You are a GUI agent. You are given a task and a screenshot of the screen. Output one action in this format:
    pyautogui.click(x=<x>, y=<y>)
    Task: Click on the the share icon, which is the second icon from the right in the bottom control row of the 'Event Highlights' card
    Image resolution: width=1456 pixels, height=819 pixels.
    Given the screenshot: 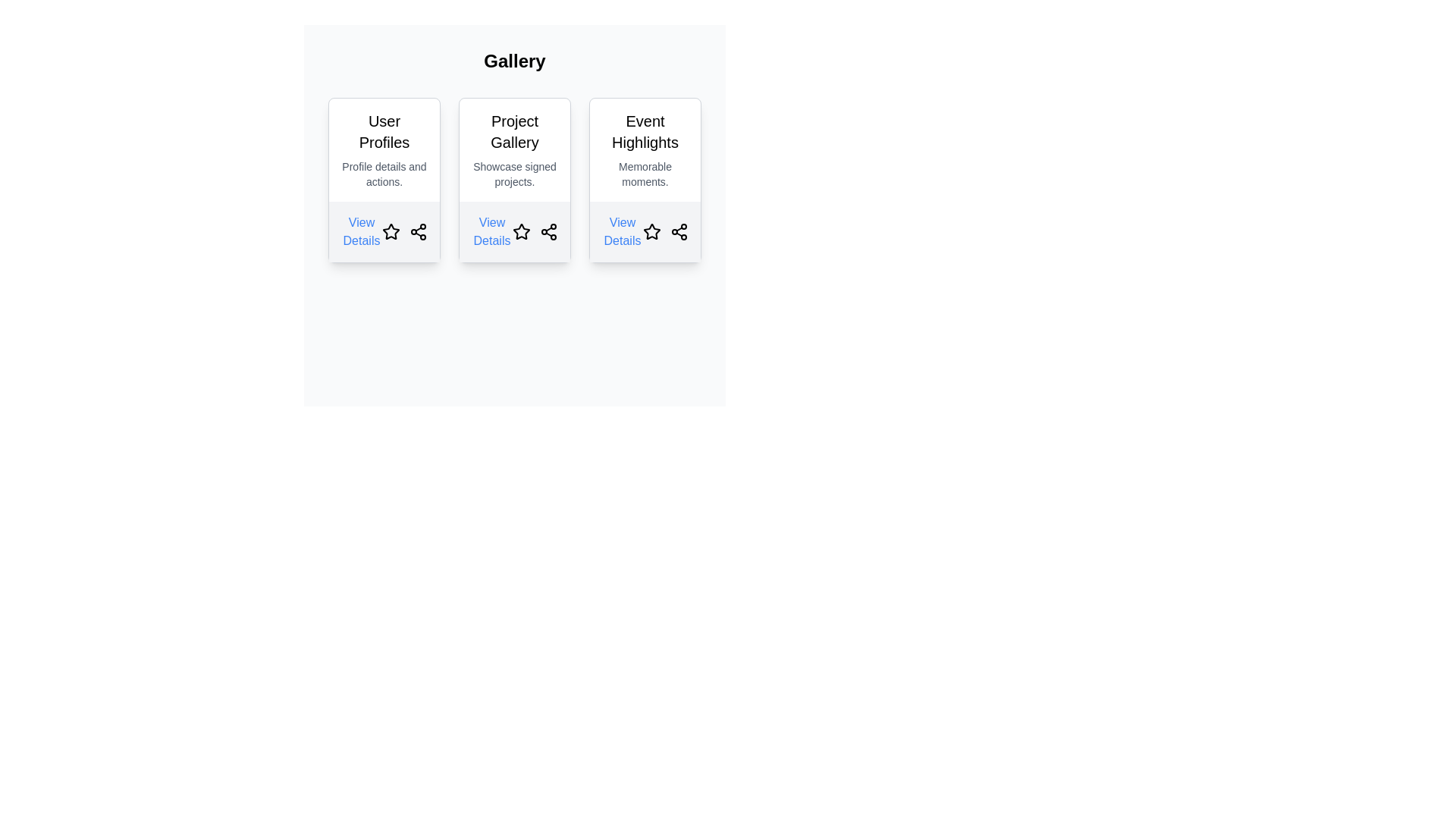 What is the action you would take?
    pyautogui.click(x=679, y=231)
    